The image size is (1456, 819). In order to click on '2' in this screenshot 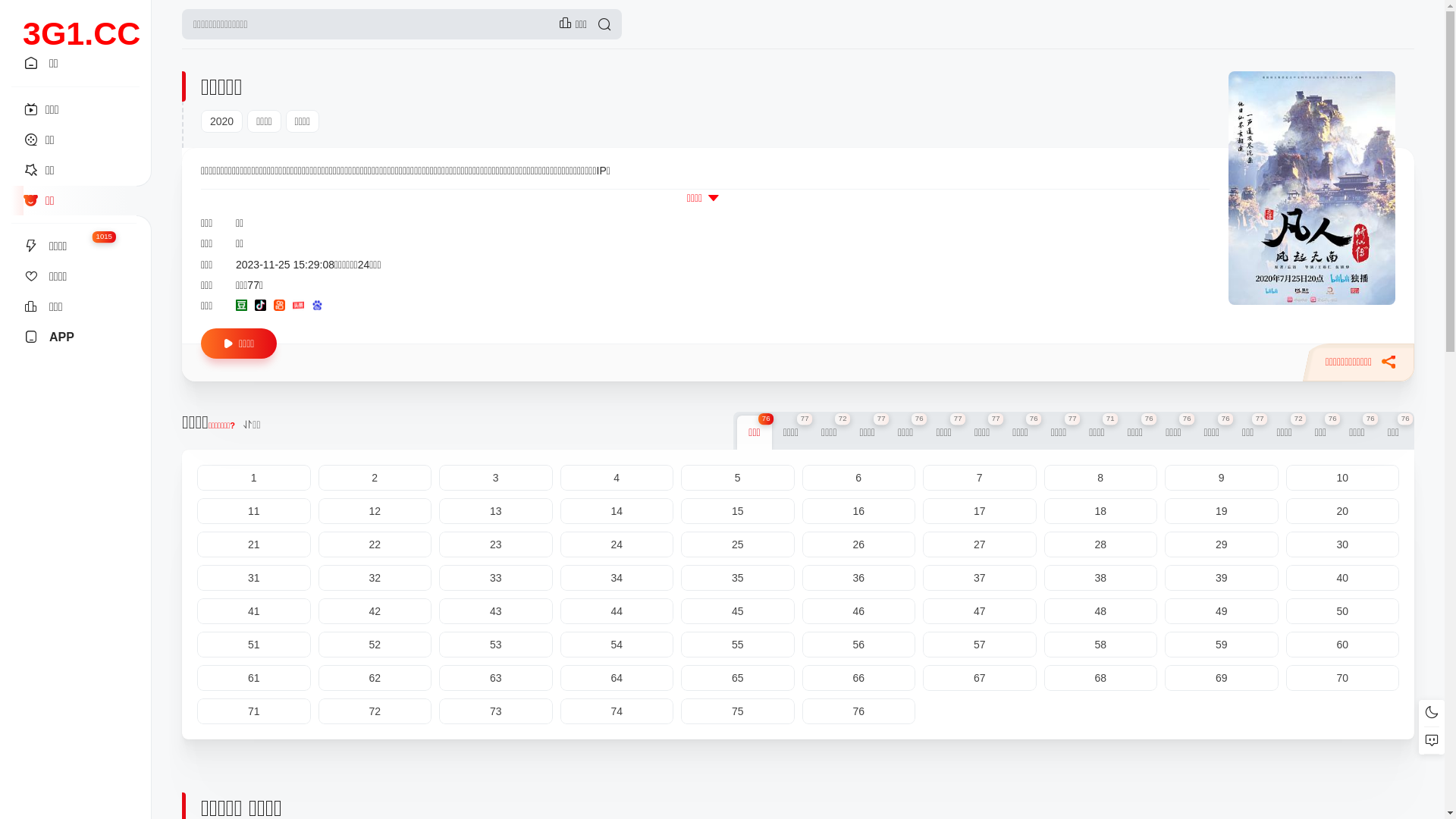, I will do `click(375, 476)`.